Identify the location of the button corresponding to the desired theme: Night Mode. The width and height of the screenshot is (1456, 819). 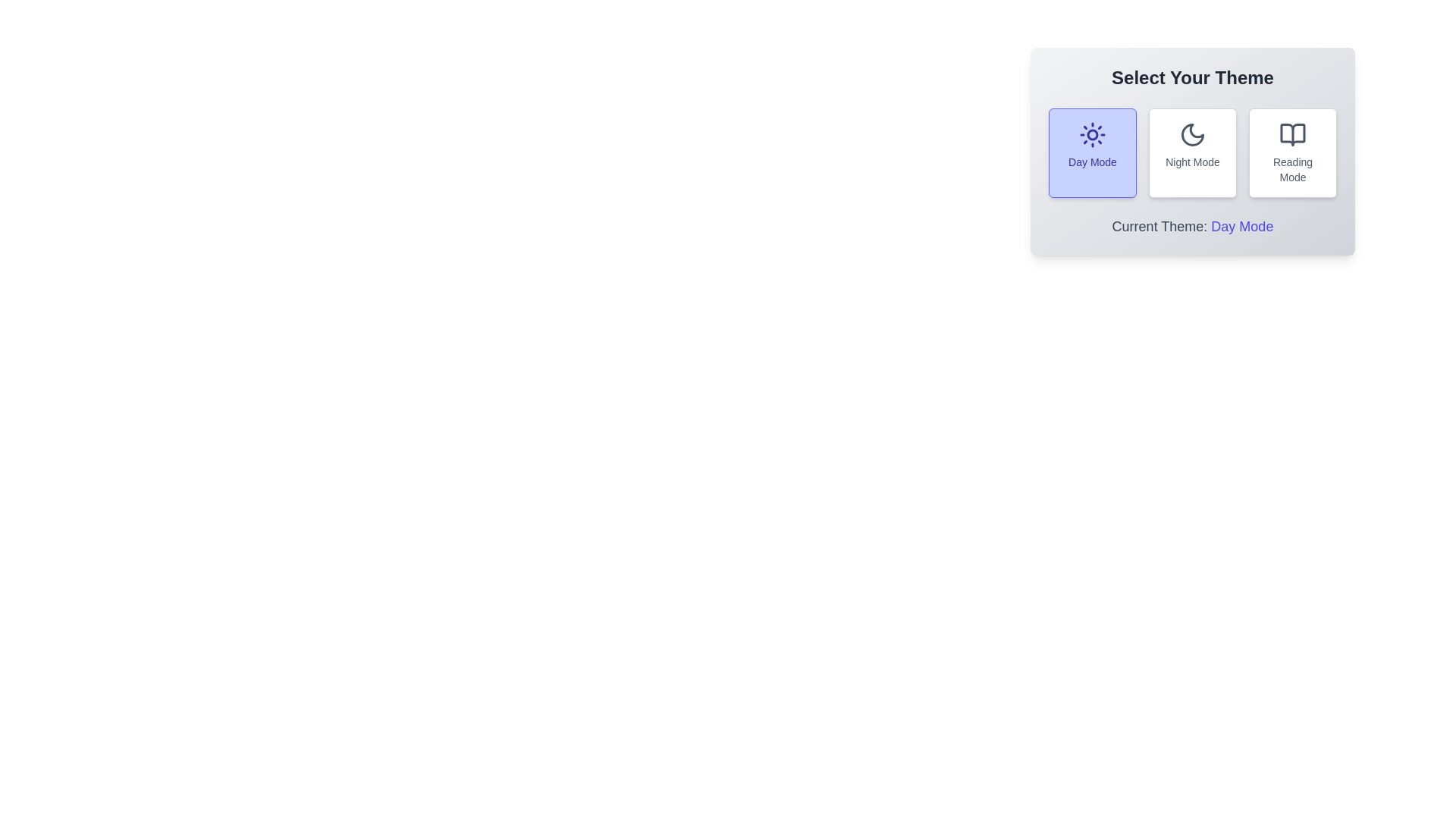
(1192, 152).